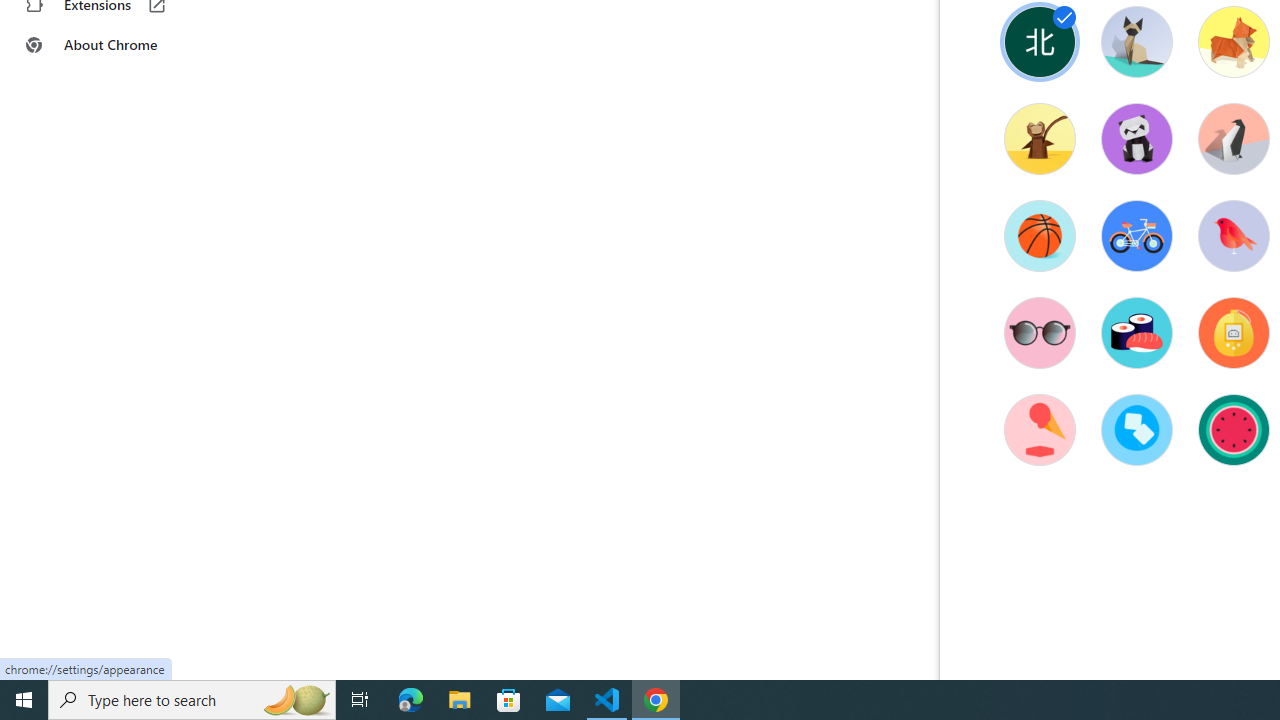 The width and height of the screenshot is (1280, 720). Describe the element at coordinates (123, 45) in the screenshot. I see `'About Chrome'` at that location.